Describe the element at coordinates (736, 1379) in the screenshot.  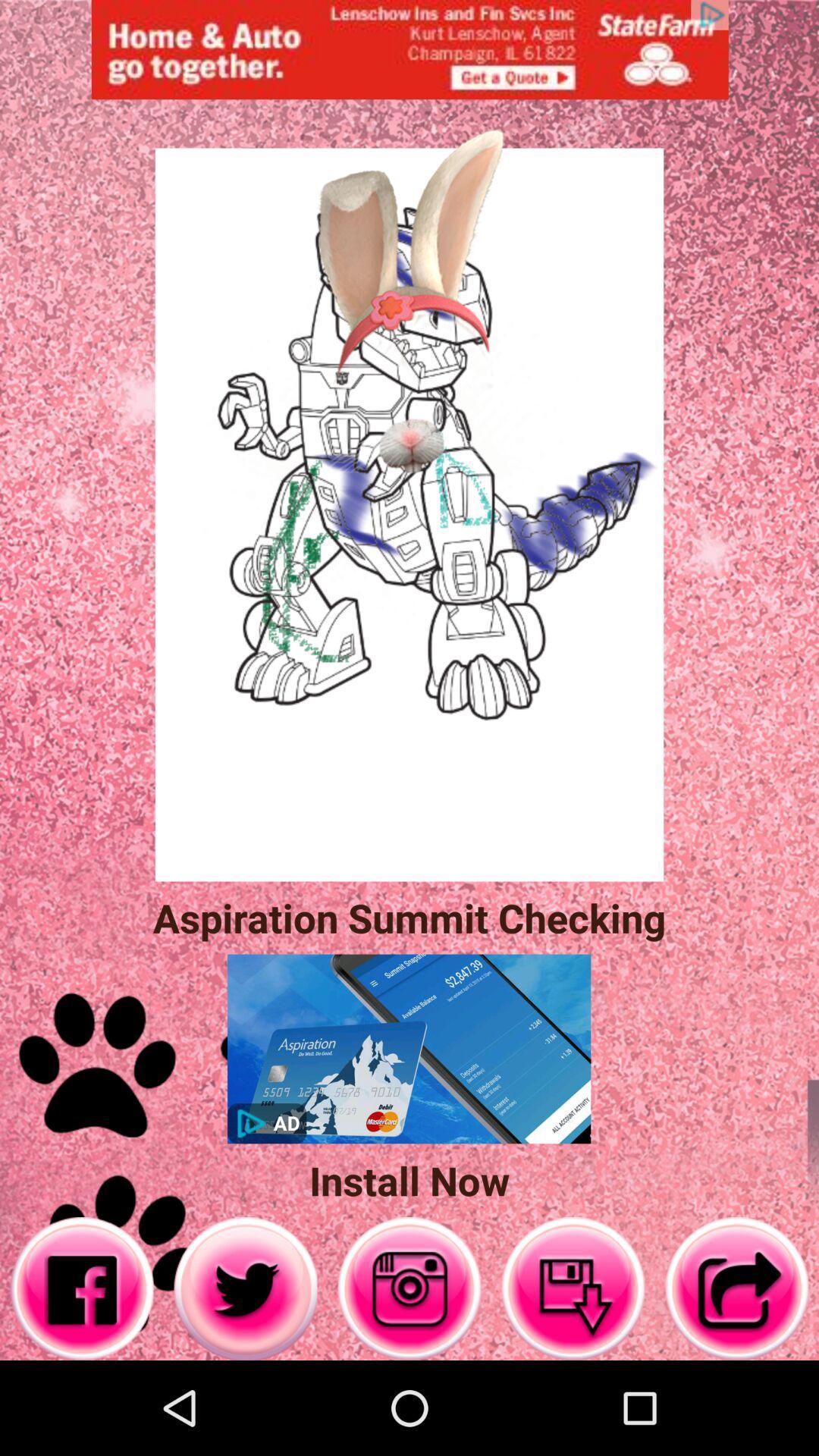
I see `the share icon` at that location.